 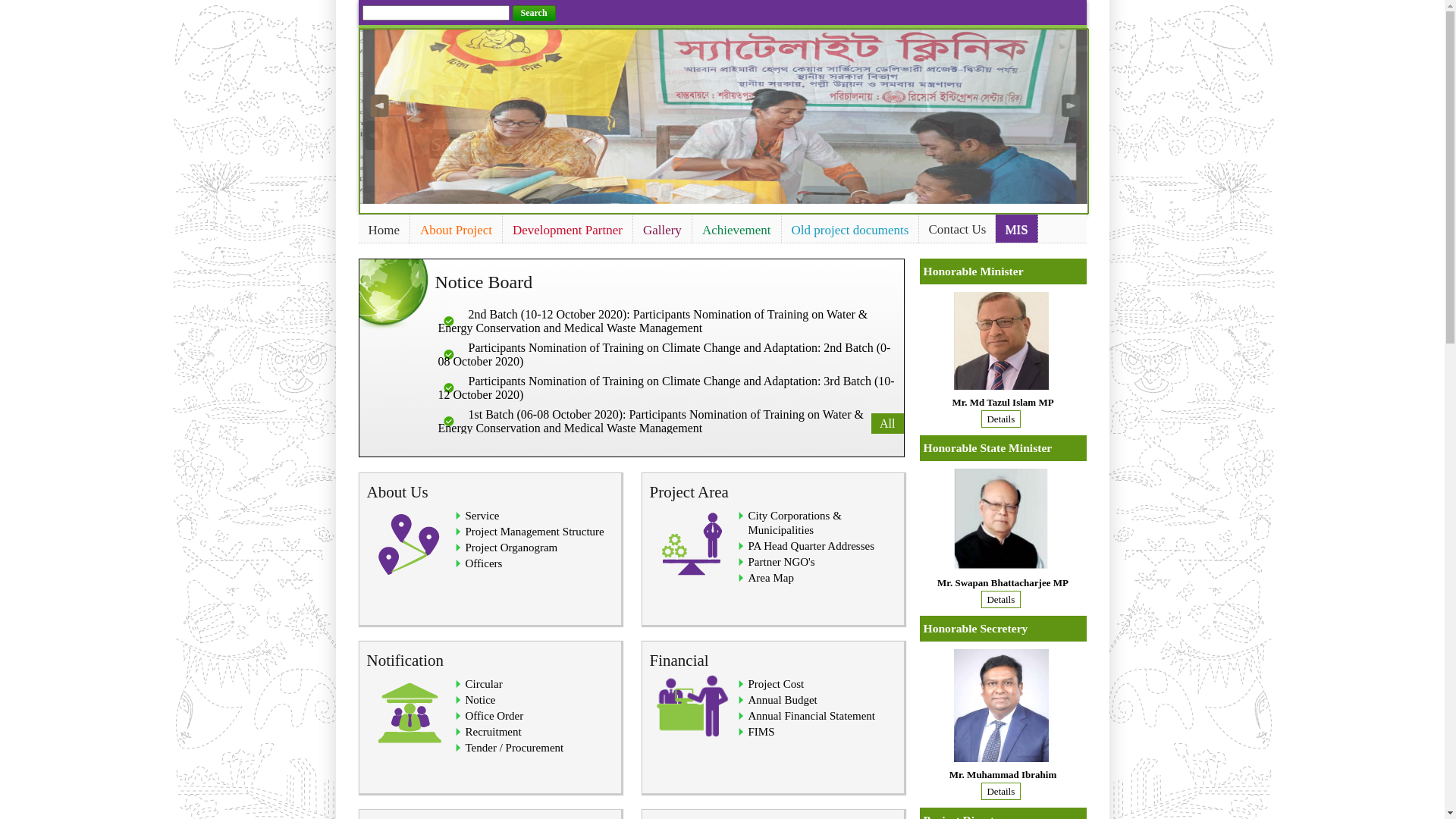 I want to click on 'Annual Budget', so click(x=747, y=699).